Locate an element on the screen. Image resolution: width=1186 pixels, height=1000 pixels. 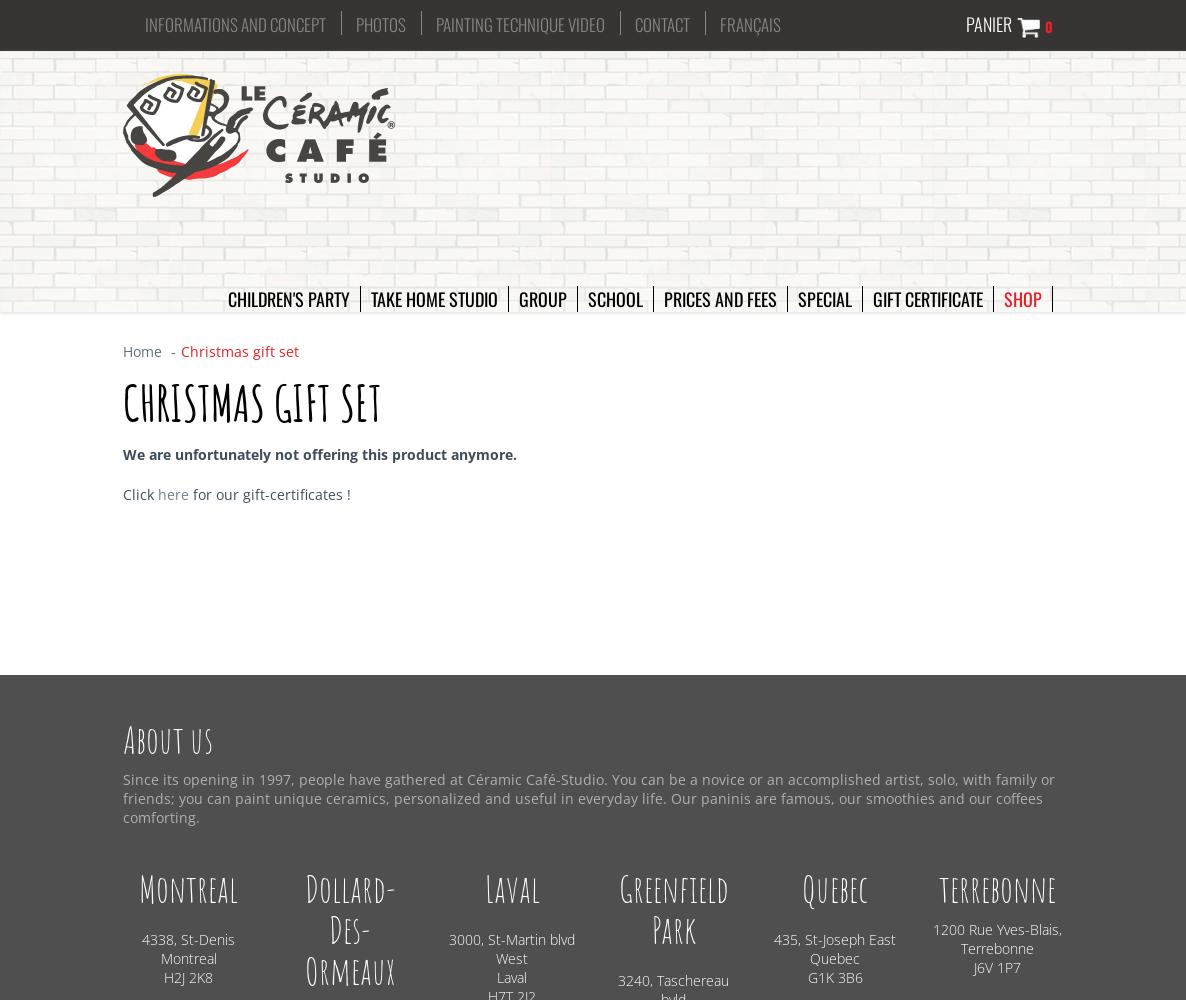
'Greenfield Park' is located at coordinates (673, 909).